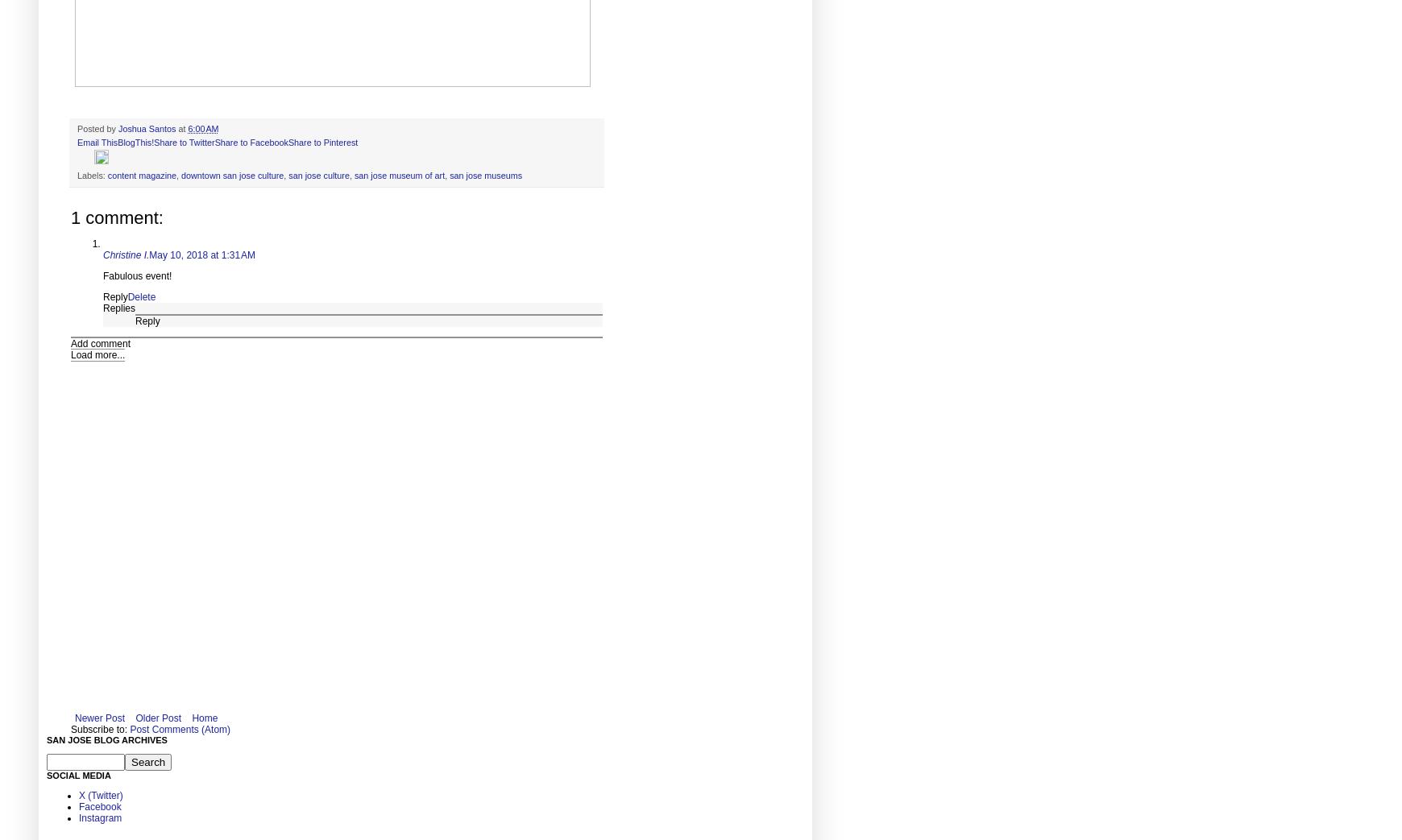 The height and width of the screenshot is (840, 1402). What do you see at coordinates (135, 141) in the screenshot?
I see `'BlogThis!'` at bounding box center [135, 141].